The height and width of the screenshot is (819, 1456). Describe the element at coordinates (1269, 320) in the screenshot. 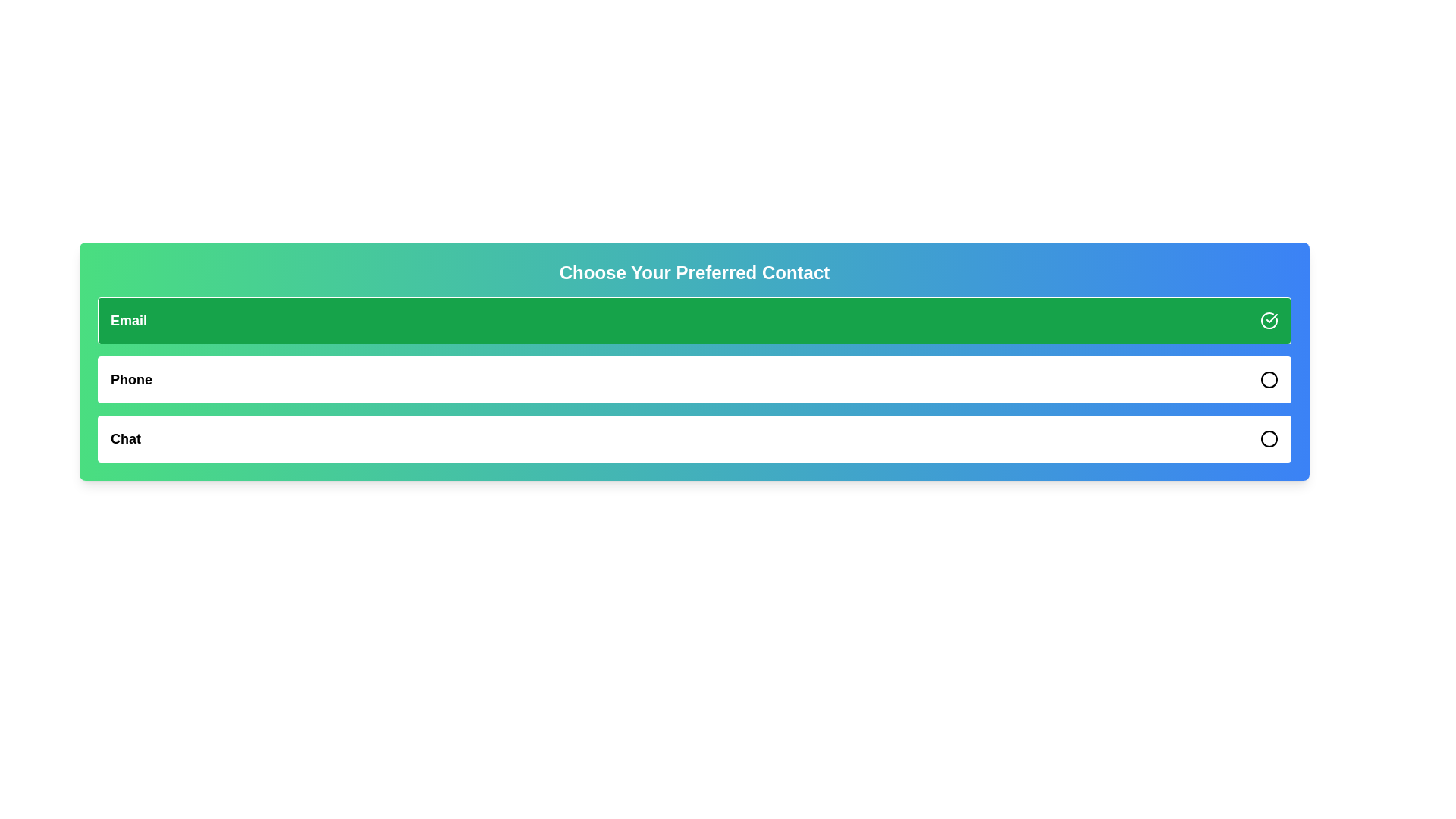

I see `the Icon (Selection Indicator) which is a circle with a checkmark, located to the right of the 'Email' option in the contact preferences list` at that location.